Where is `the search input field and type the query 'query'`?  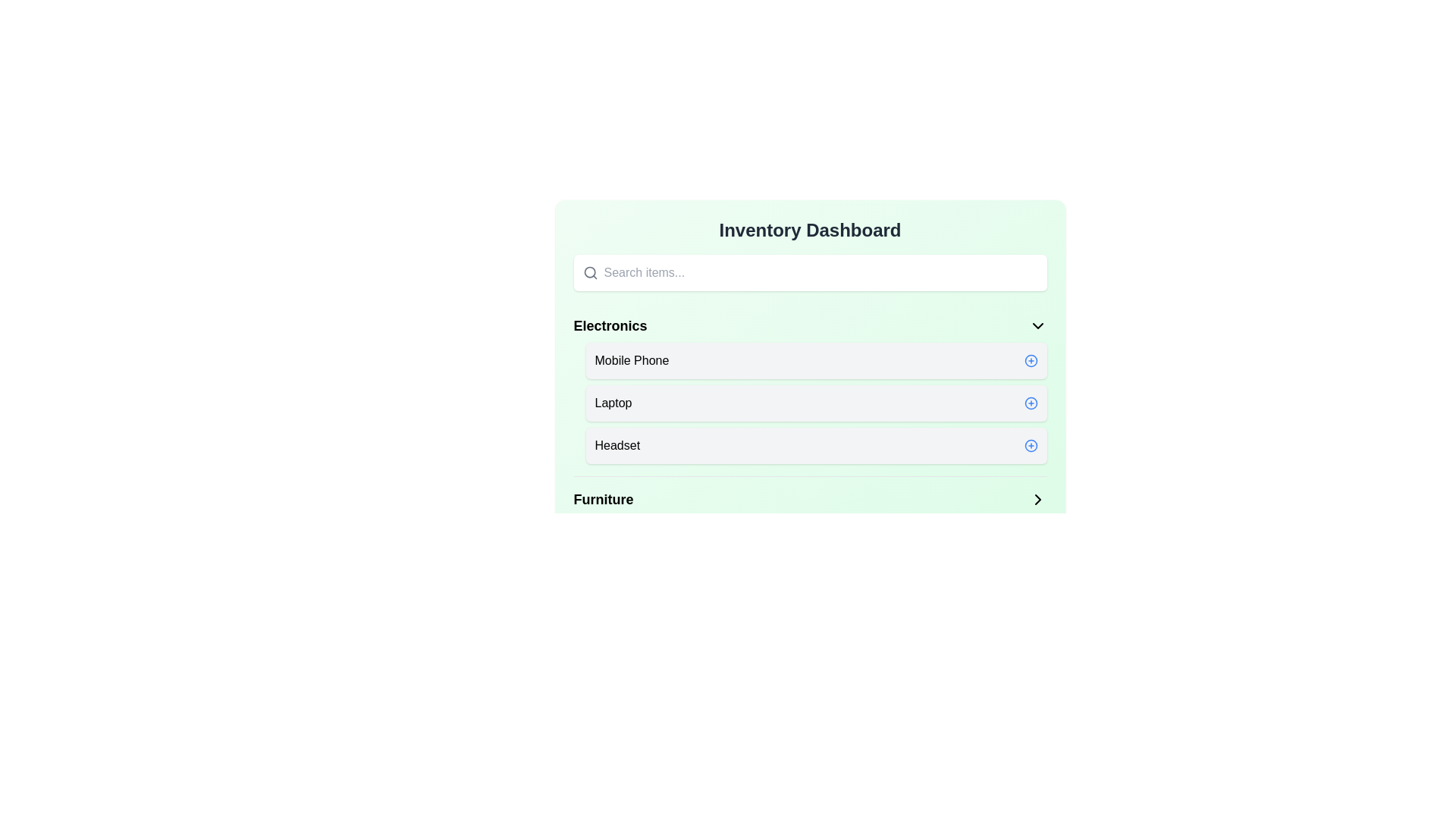 the search input field and type the query 'query' is located at coordinates (820, 271).